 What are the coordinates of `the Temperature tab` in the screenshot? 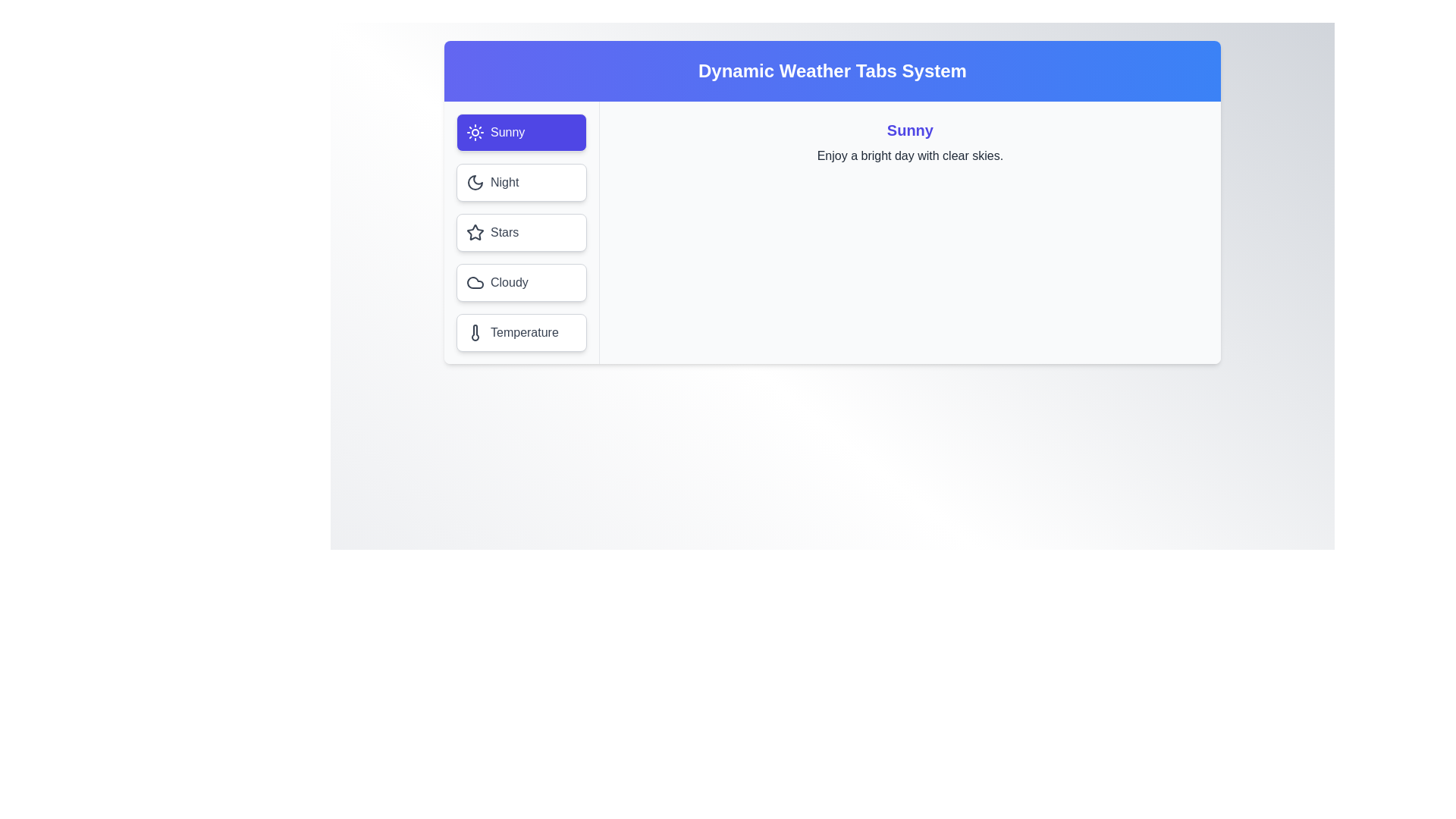 It's located at (521, 332).